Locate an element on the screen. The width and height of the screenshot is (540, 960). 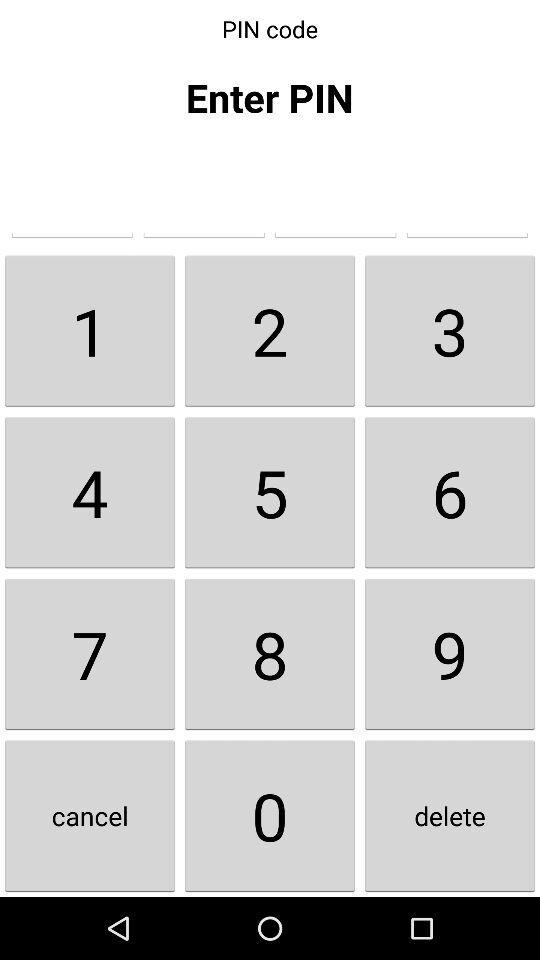
button next to the 9 item is located at coordinates (270, 816).